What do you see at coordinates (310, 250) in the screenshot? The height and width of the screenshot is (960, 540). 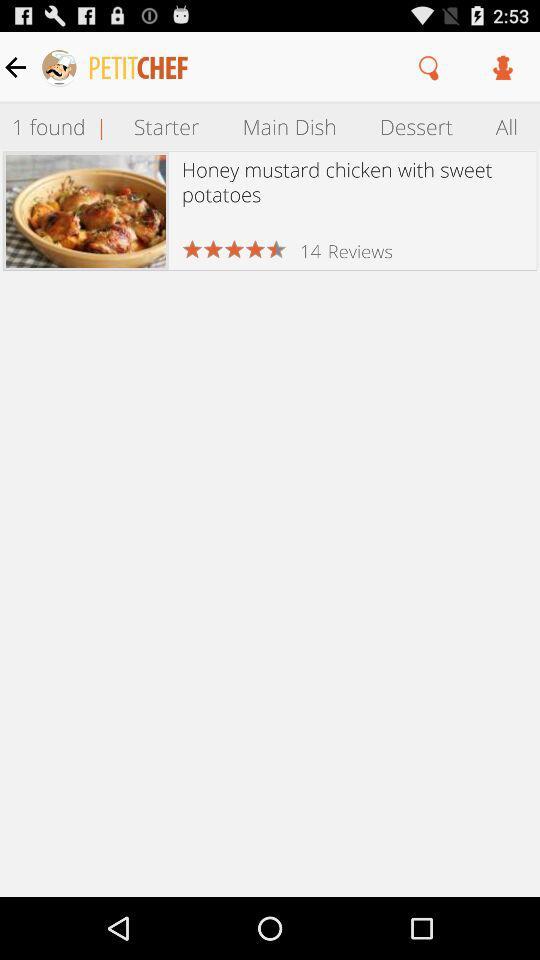 I see `14` at bounding box center [310, 250].